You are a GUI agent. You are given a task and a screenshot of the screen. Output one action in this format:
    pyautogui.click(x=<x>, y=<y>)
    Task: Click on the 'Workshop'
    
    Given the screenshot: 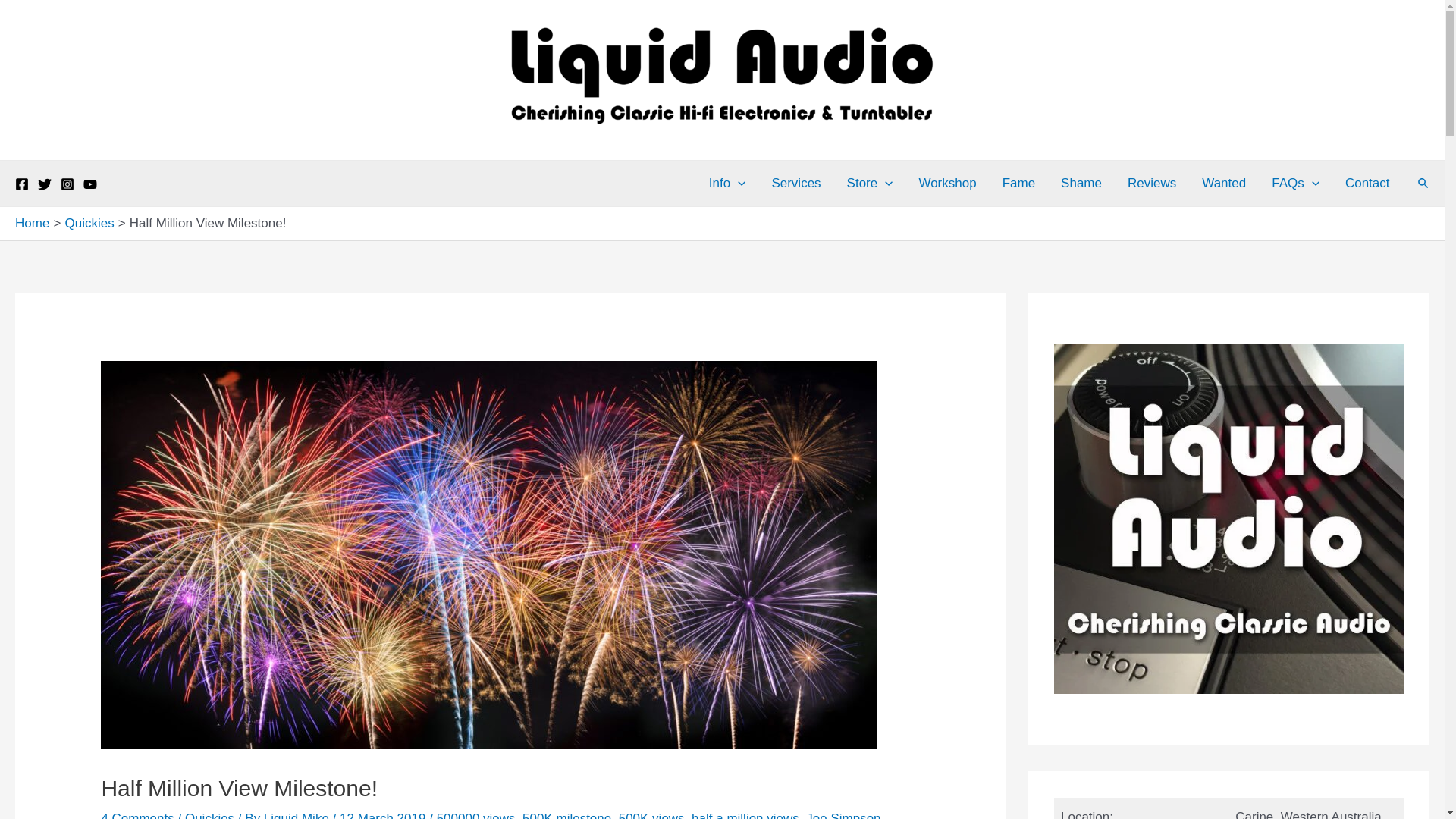 What is the action you would take?
    pyautogui.click(x=946, y=183)
    